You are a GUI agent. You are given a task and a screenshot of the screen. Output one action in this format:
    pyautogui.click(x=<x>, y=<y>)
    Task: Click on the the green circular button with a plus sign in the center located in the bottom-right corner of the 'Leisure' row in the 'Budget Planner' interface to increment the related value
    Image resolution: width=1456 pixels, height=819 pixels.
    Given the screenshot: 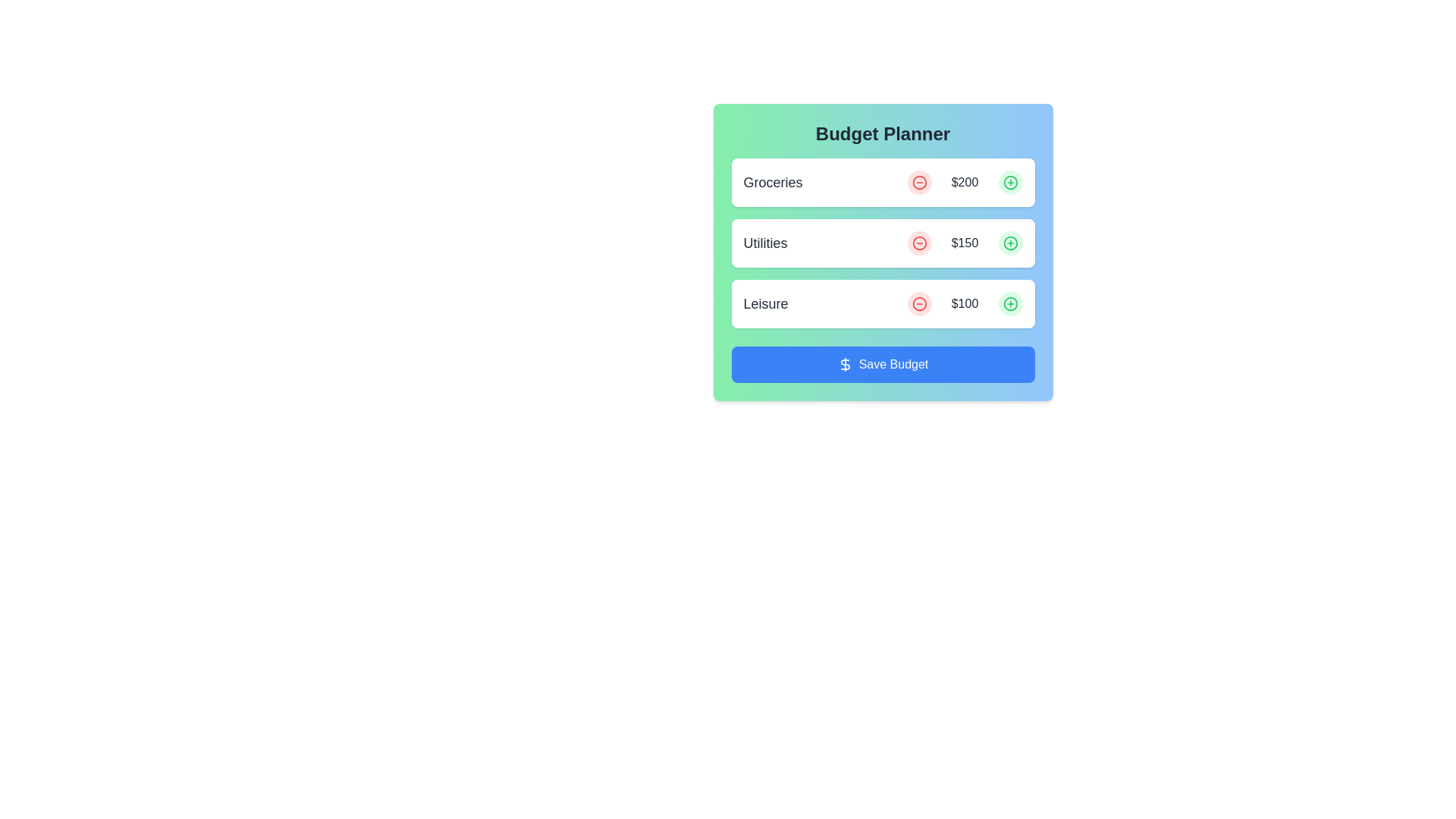 What is the action you would take?
    pyautogui.click(x=1010, y=304)
    